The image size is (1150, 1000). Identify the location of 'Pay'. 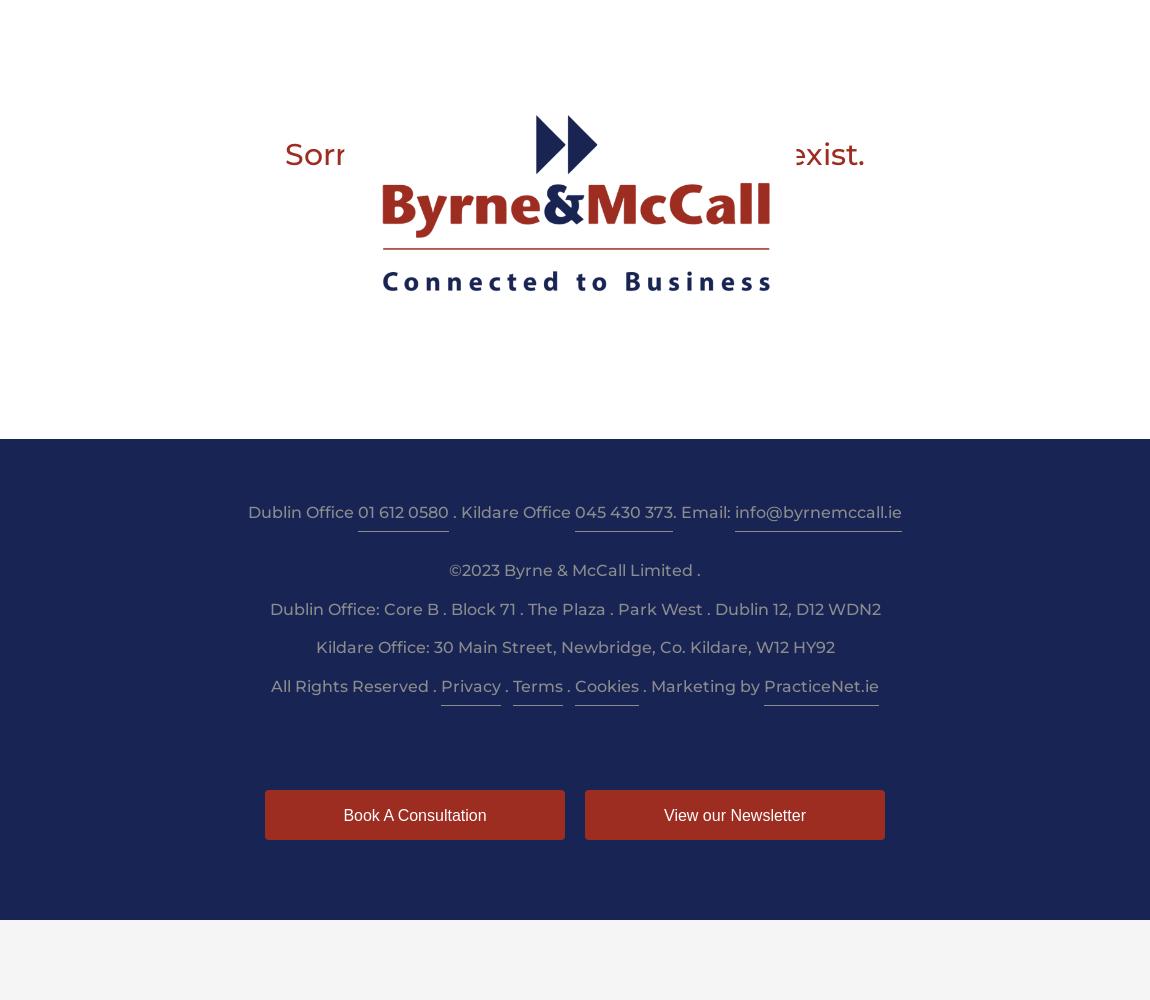
(898, 31).